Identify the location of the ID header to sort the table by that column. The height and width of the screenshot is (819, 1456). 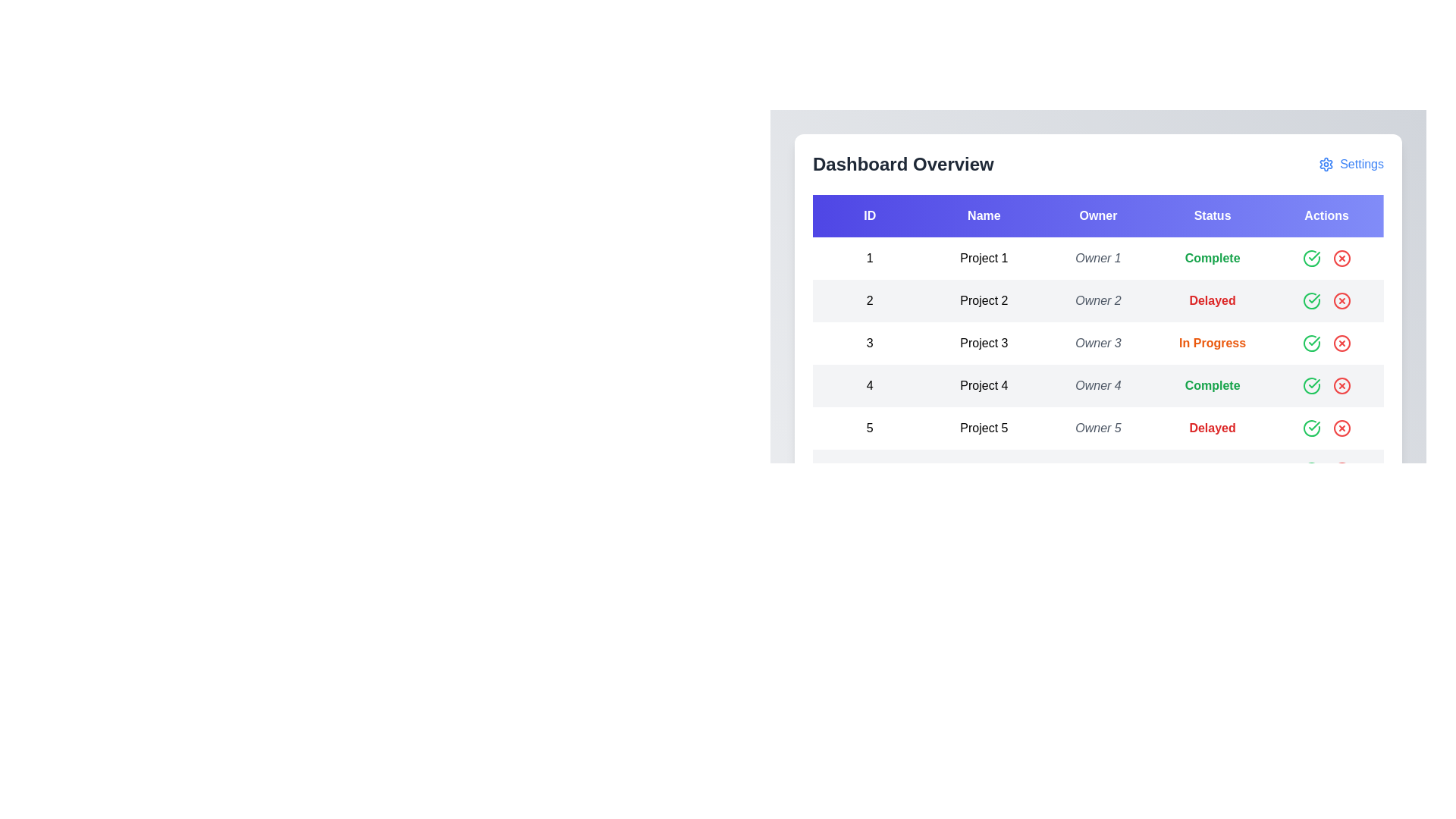
(870, 216).